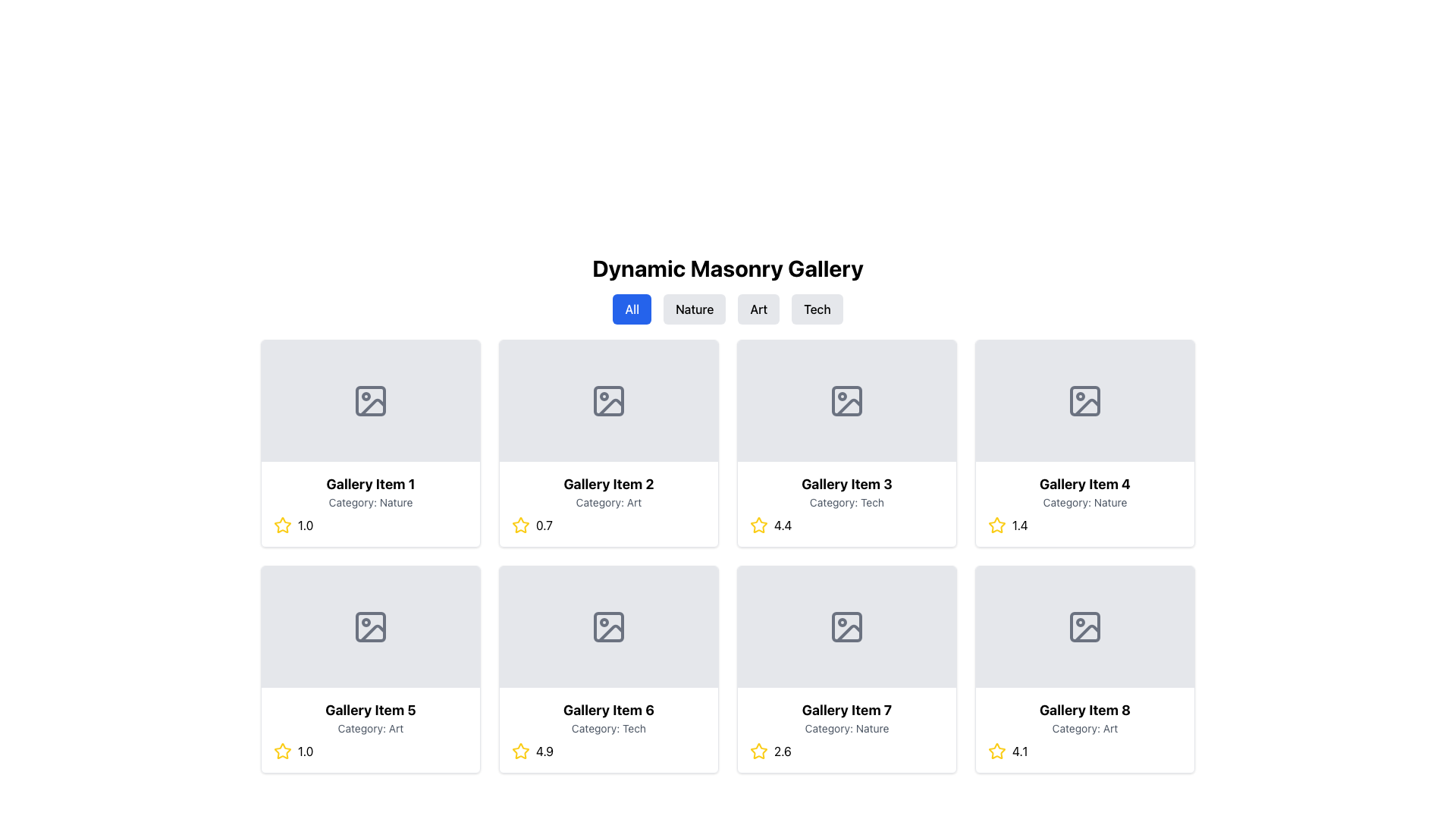  What do you see at coordinates (1084, 400) in the screenshot?
I see `the image placeholder located in the fourth card of the gallery grid labeled 'Gallery Item 4' with category 'Nature' and rating value of 1.4` at bounding box center [1084, 400].